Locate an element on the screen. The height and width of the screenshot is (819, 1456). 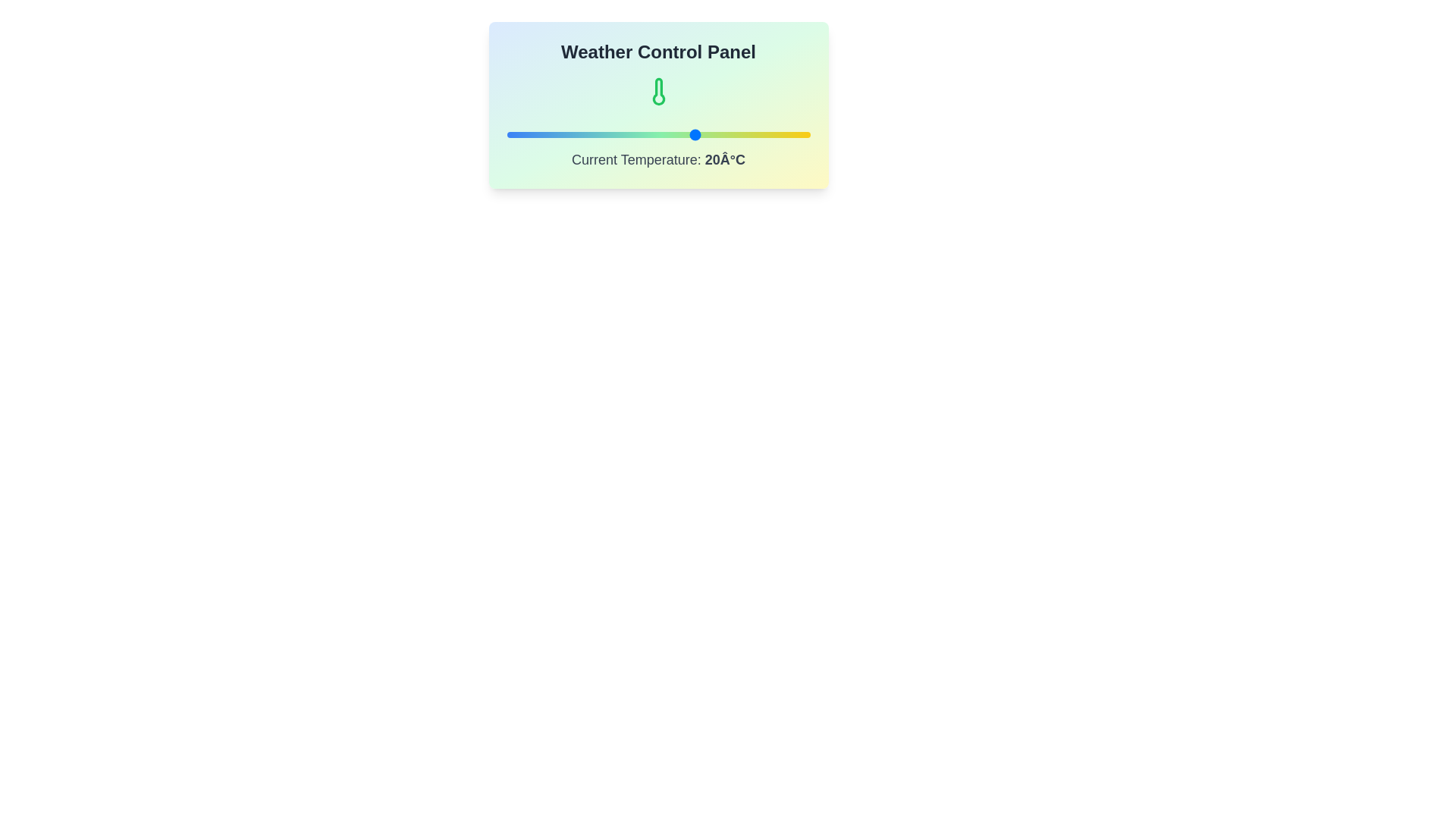
the temperature slider to -7°C to observe the icon change is located at coordinates (593, 133).